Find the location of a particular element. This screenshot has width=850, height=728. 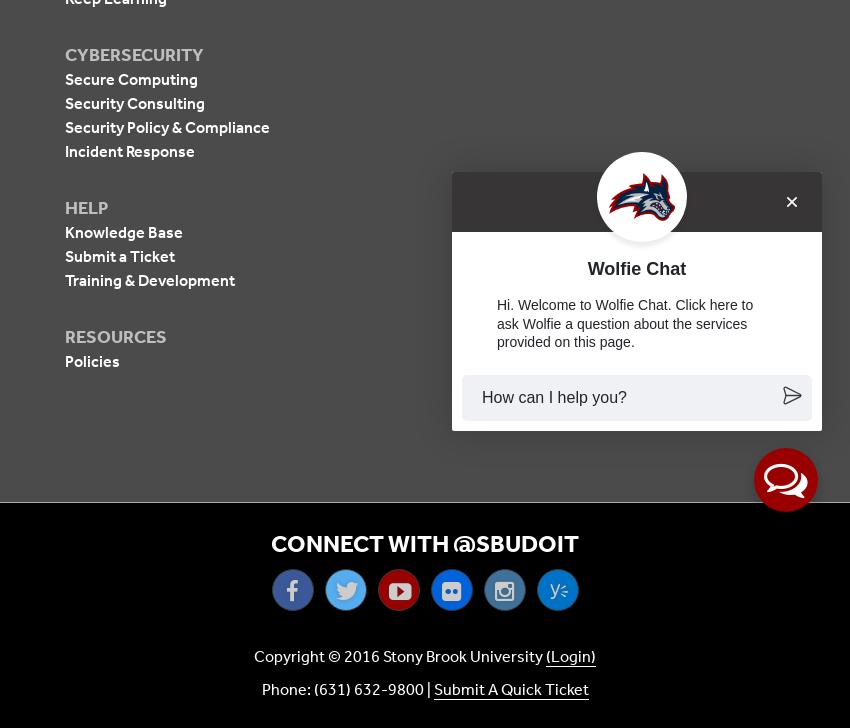

'Copyright © 2016 Stony Brook University' is located at coordinates (400, 655).